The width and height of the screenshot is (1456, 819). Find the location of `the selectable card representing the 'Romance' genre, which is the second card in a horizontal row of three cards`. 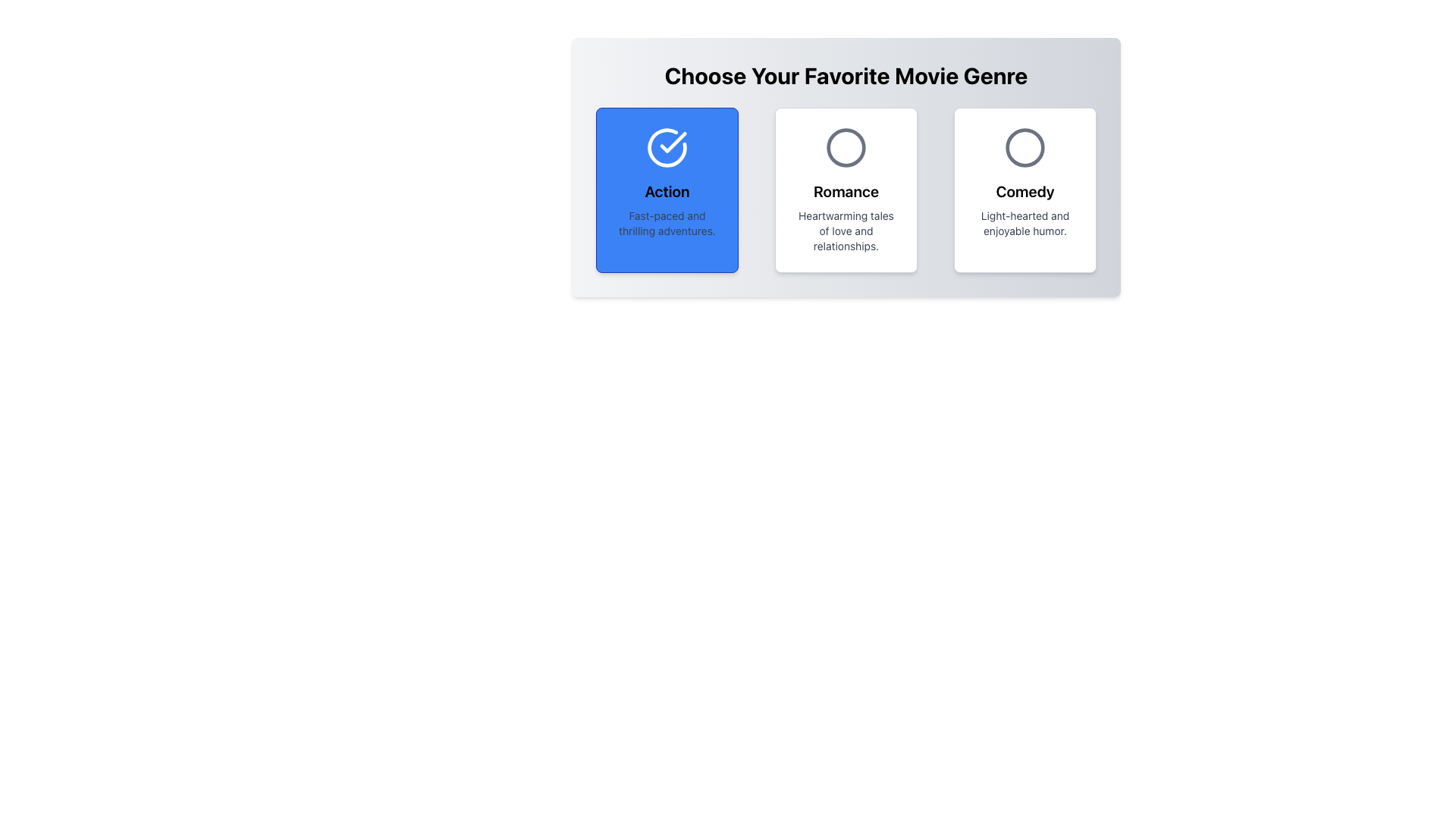

the selectable card representing the 'Romance' genre, which is the second card in a horizontal row of three cards is located at coordinates (846, 189).